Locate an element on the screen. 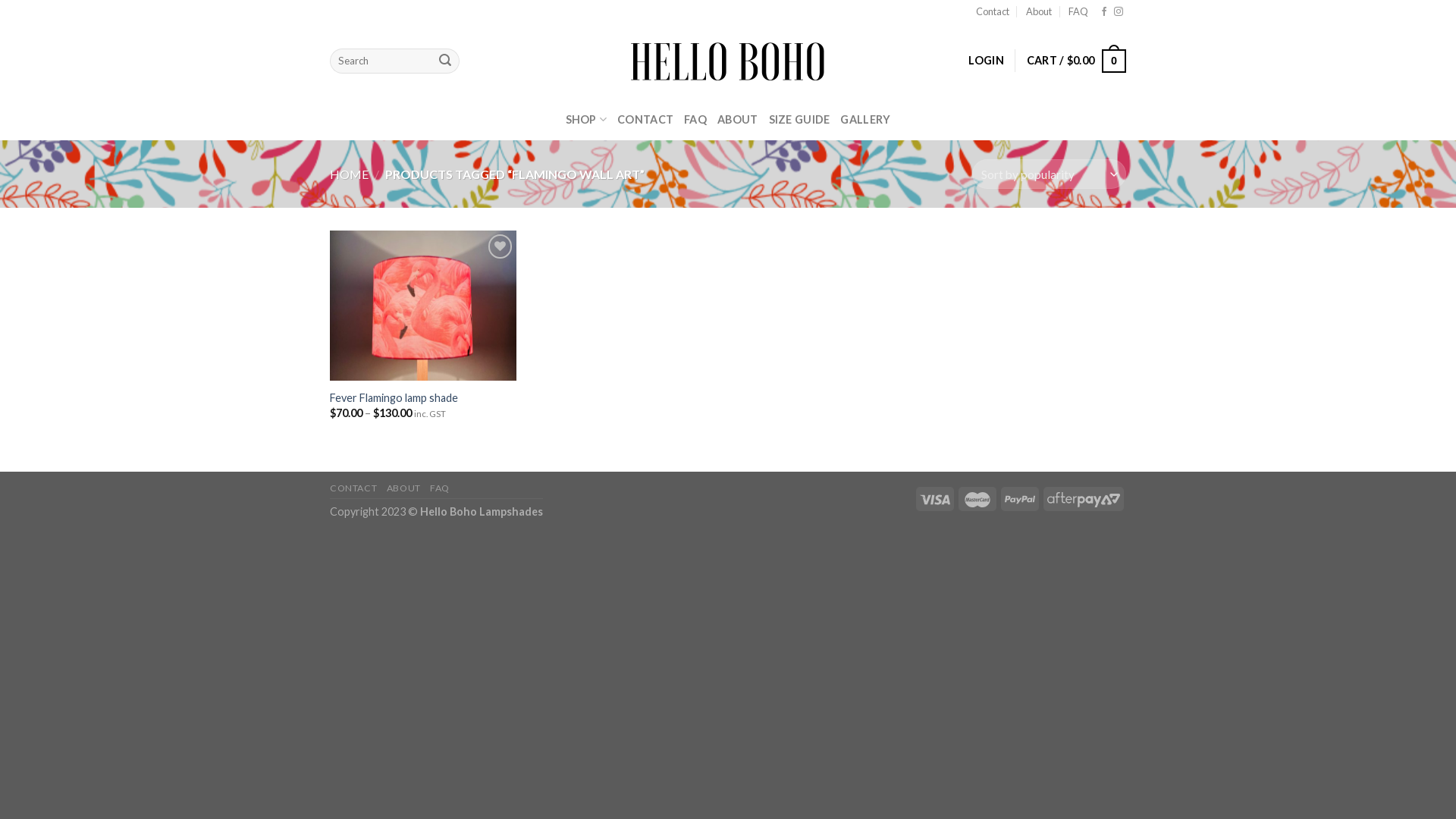  'FAQ' is located at coordinates (428, 488).